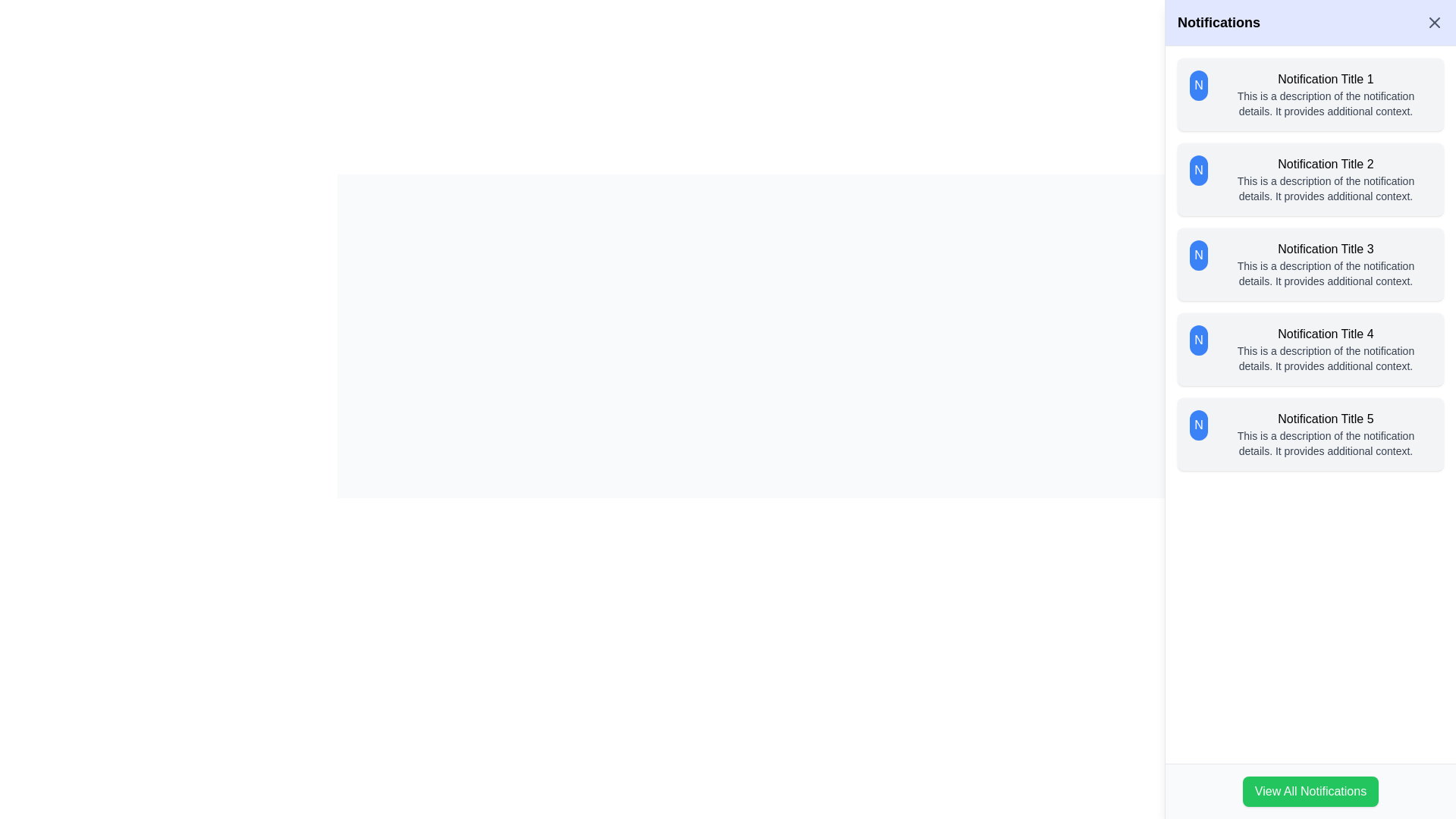 Image resolution: width=1456 pixels, height=819 pixels. What do you see at coordinates (1433, 23) in the screenshot?
I see `the small 'X' button with a thin black outline located at the top-right corner of the light blue header section in the notification panel to change its color` at bounding box center [1433, 23].